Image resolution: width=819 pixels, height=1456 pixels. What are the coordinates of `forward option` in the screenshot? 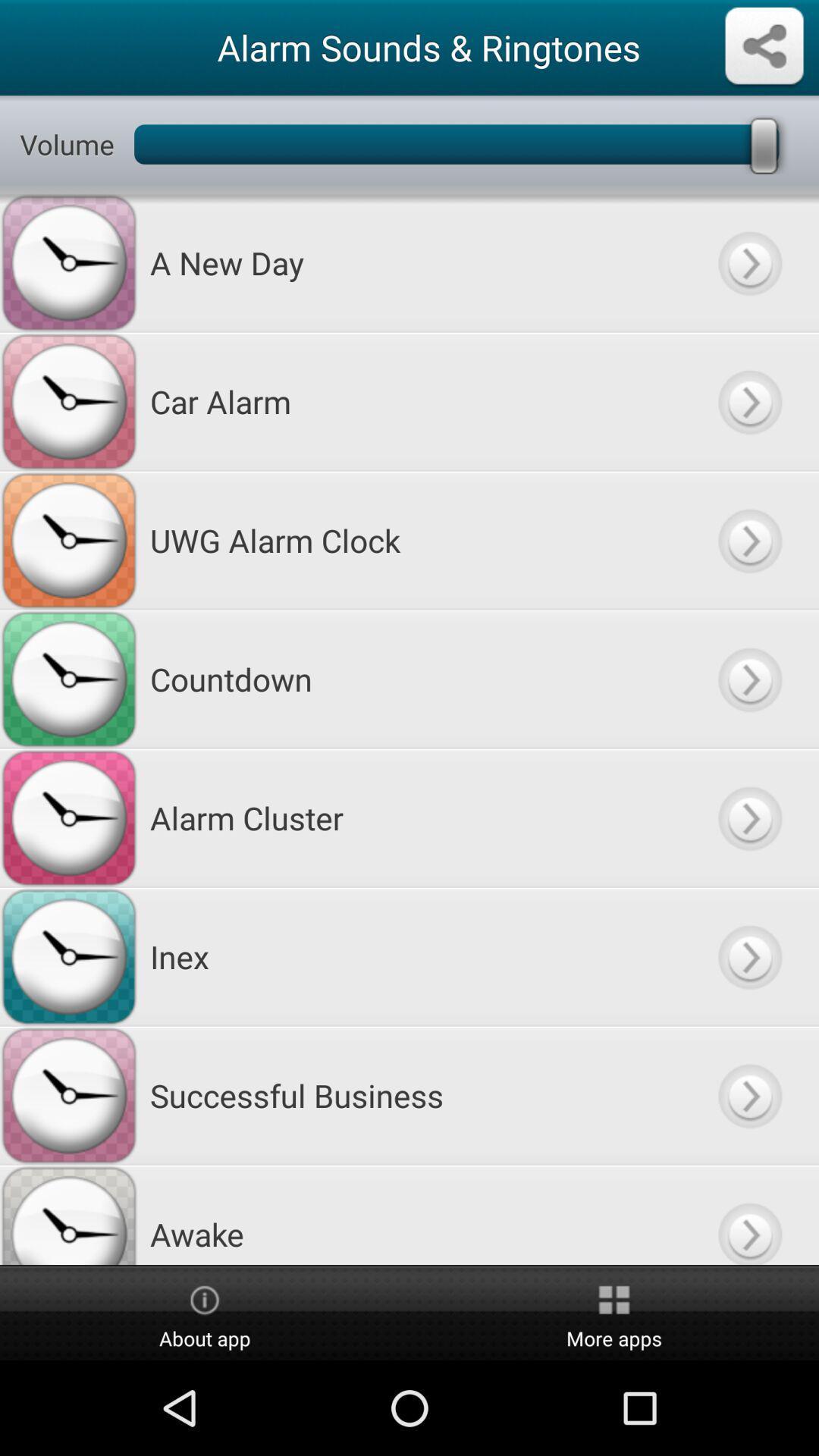 It's located at (748, 678).